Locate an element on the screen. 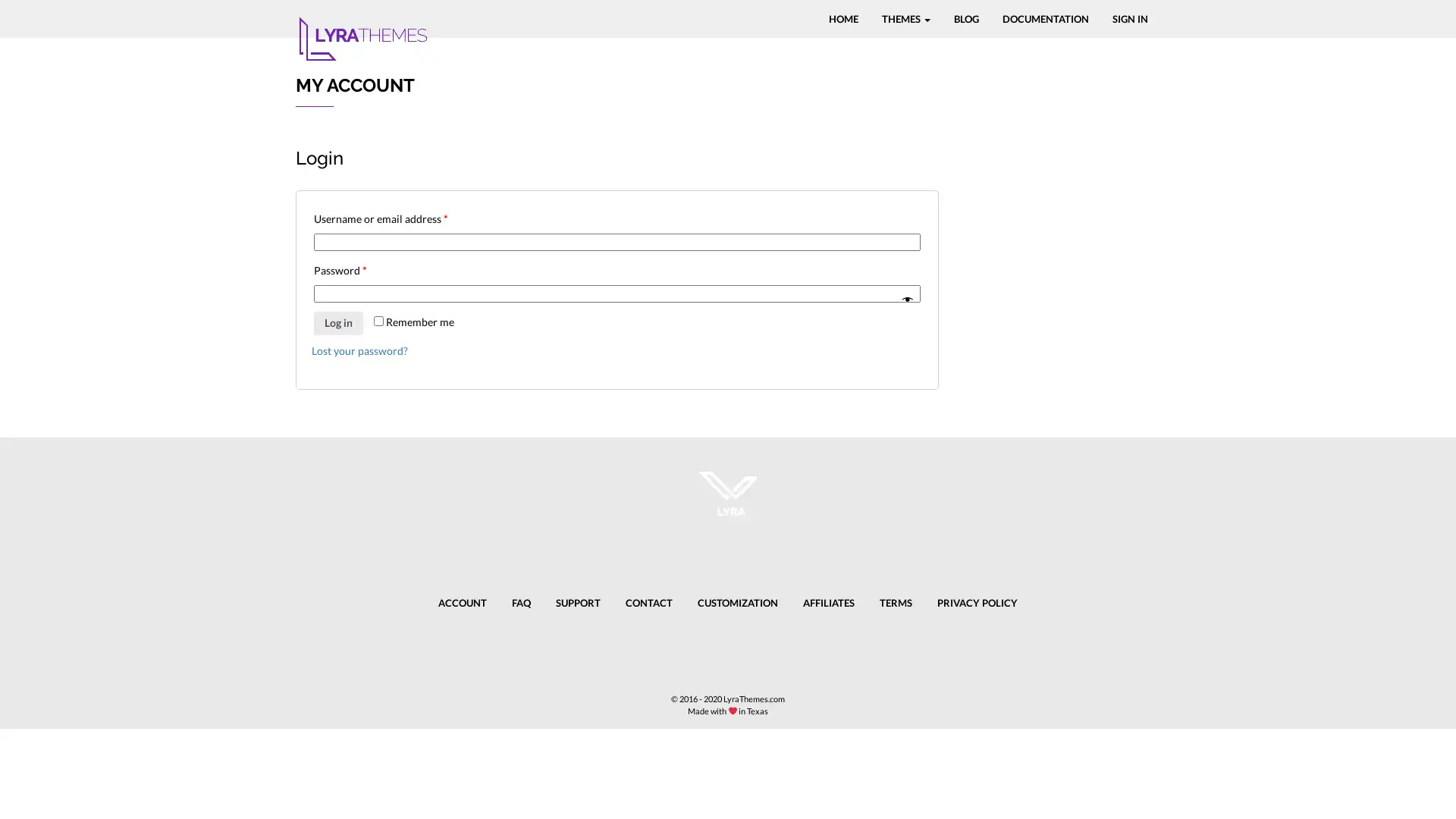  Log in is located at coordinates (337, 322).